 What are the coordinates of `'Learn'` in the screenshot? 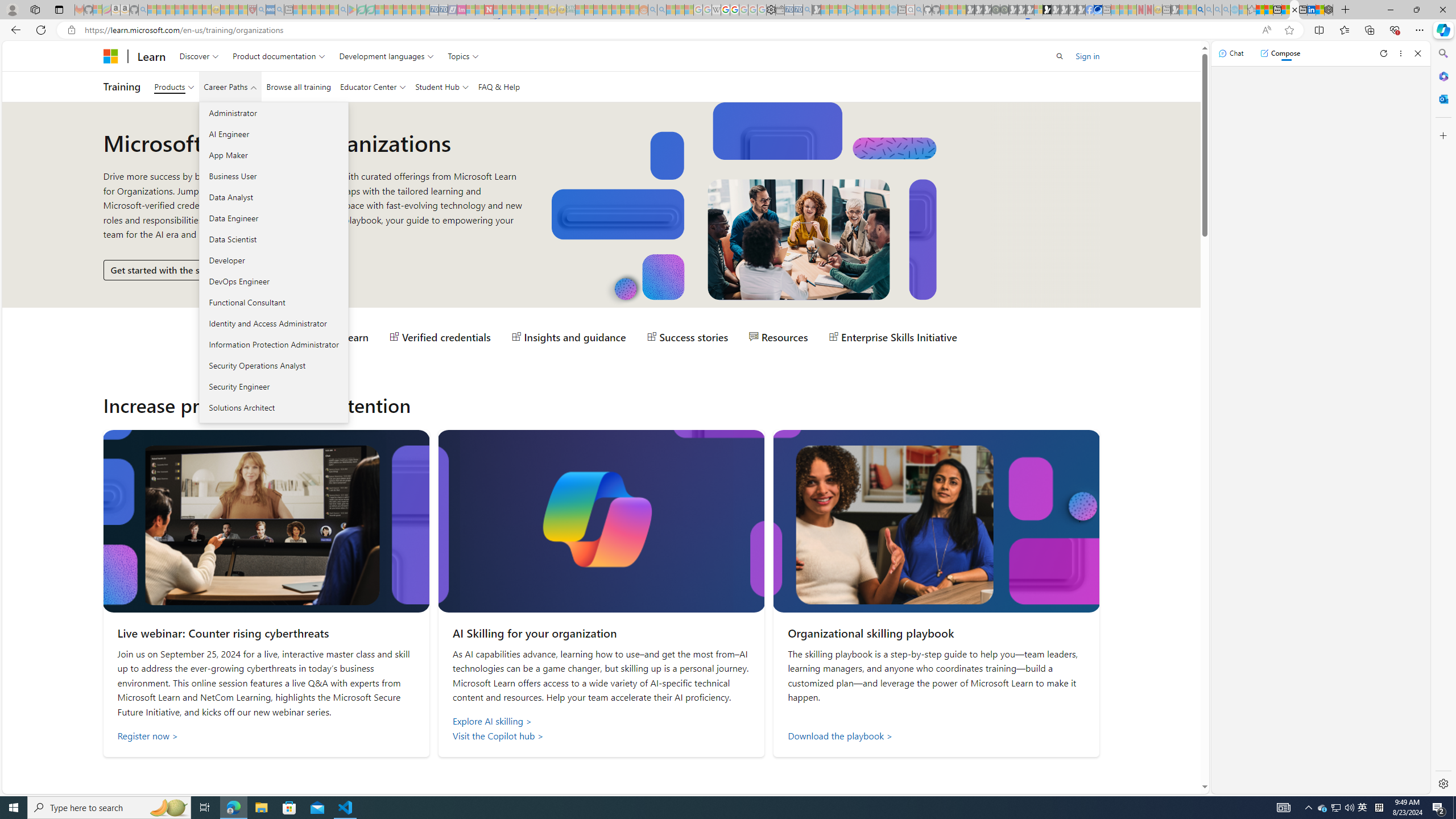 It's located at (151, 55).